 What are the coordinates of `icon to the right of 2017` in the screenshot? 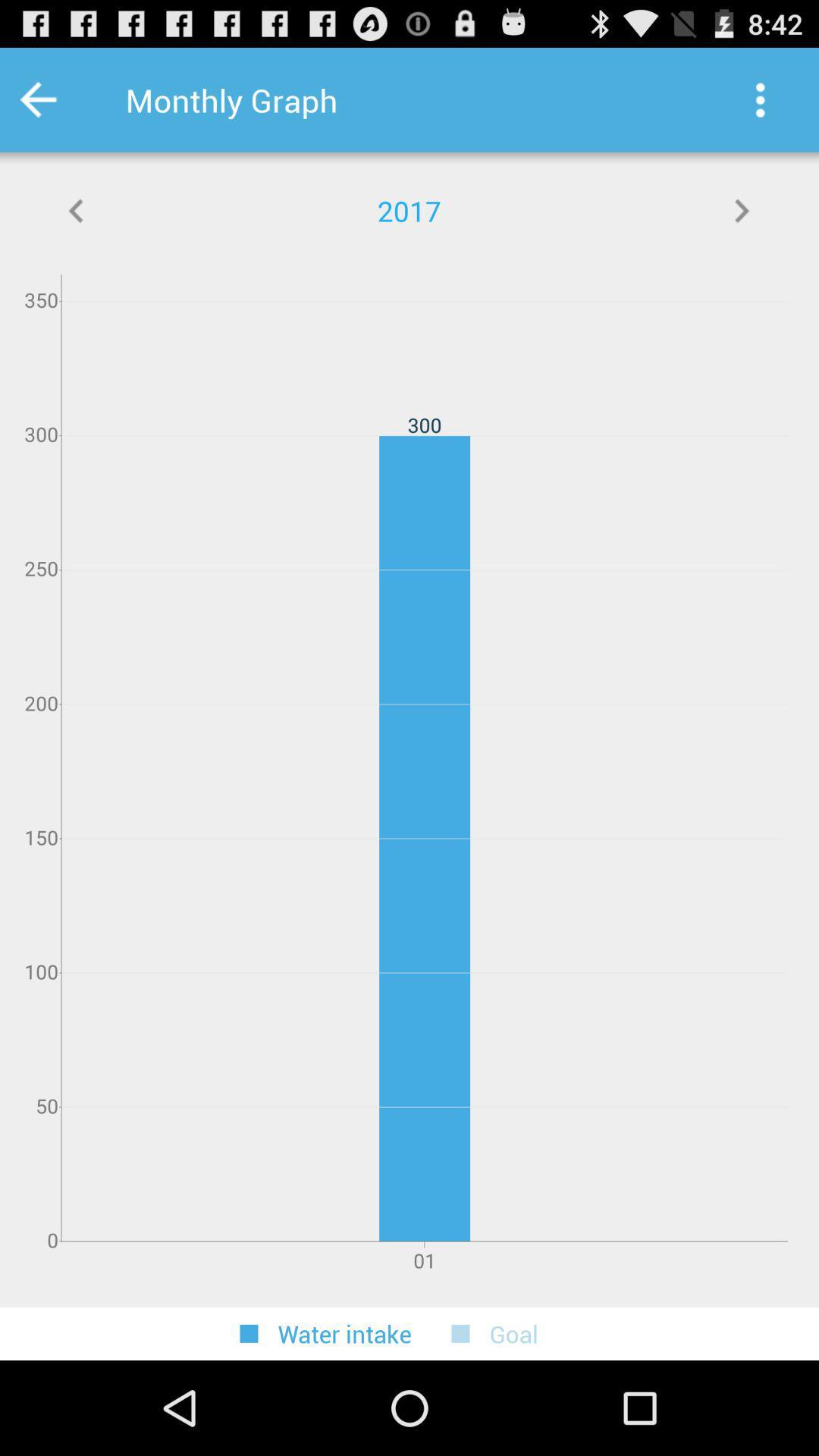 It's located at (741, 210).